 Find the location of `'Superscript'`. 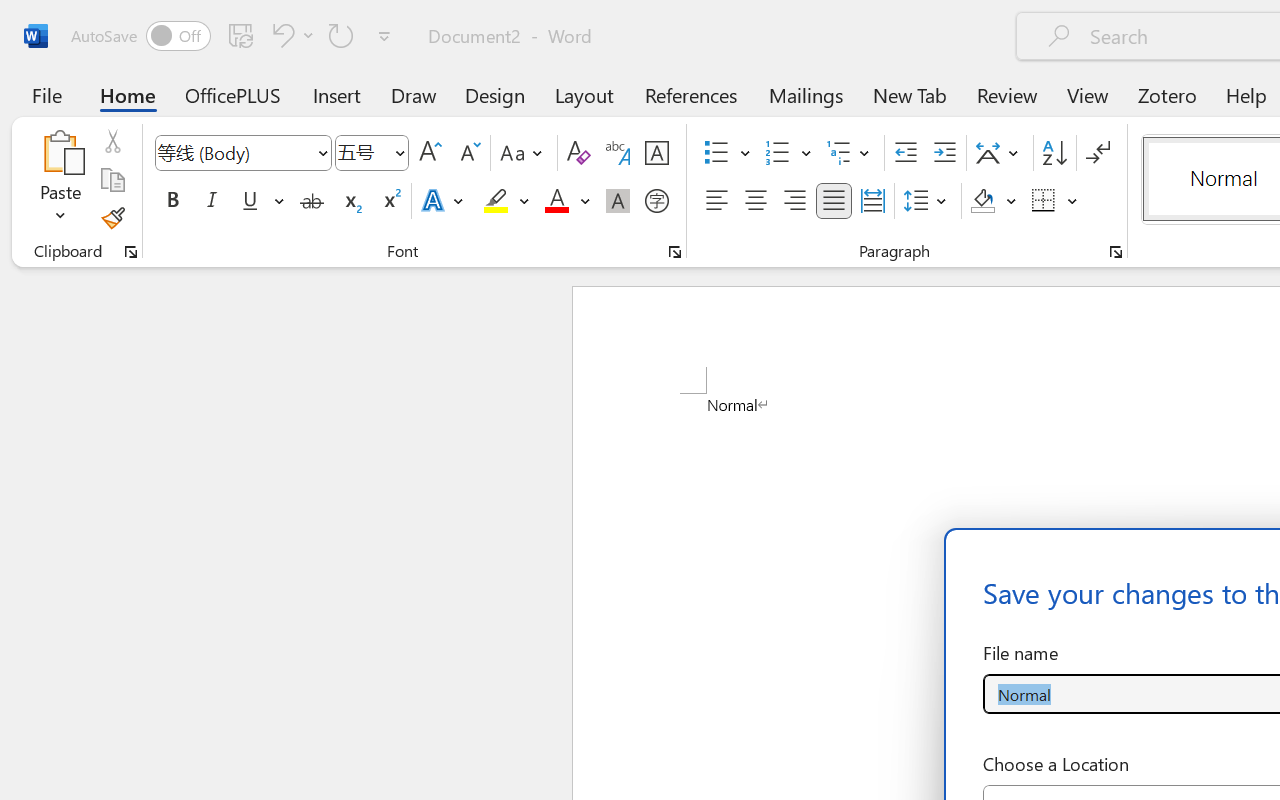

'Superscript' is located at coordinates (390, 201).